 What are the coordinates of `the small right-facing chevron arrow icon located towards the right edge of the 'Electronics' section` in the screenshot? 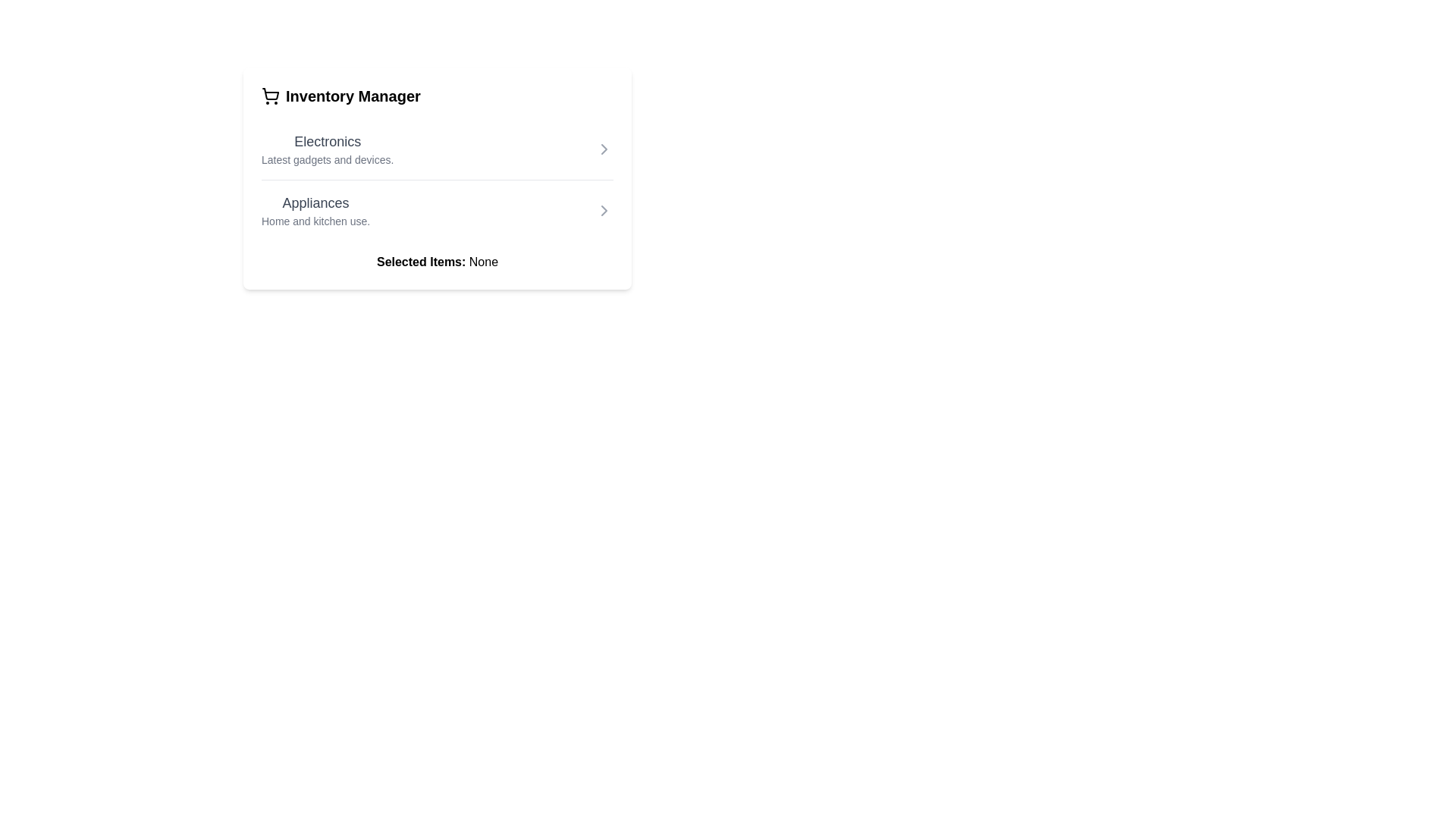 It's located at (603, 149).